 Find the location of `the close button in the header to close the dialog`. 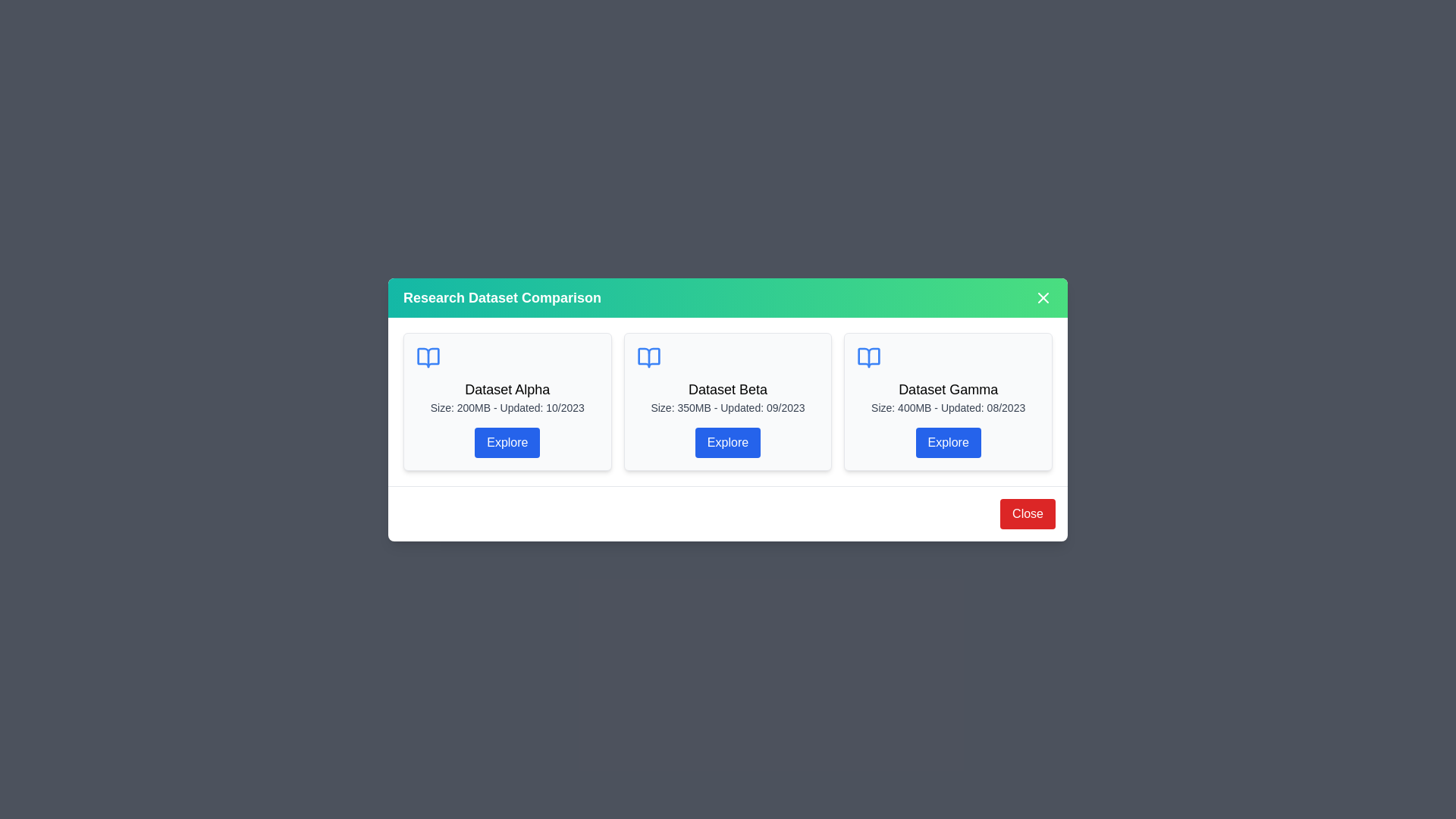

the close button in the header to close the dialog is located at coordinates (1043, 297).